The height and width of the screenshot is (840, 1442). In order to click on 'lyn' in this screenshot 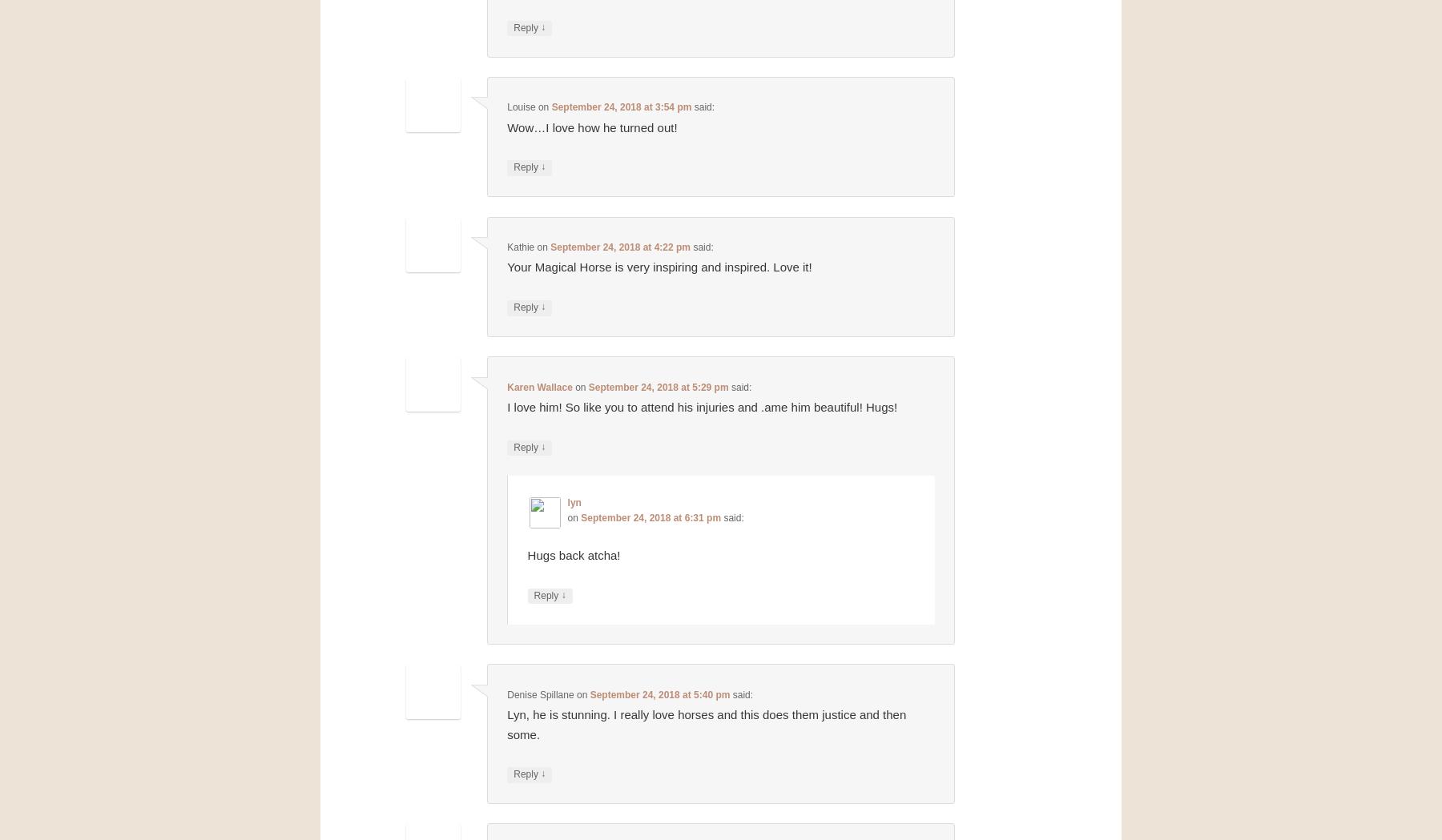, I will do `click(573, 501)`.